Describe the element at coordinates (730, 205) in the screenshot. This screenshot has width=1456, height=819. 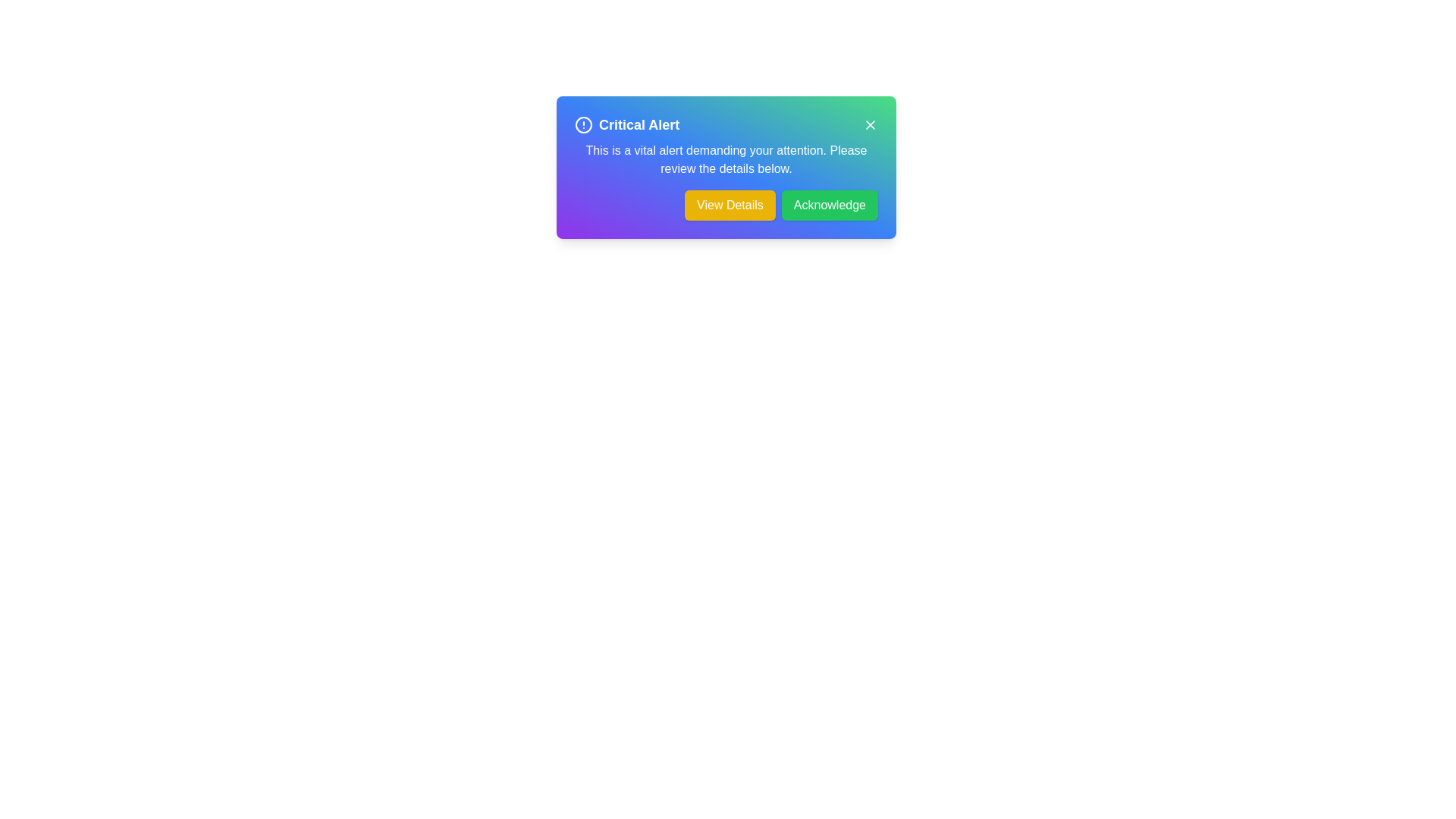
I see `the yellow button with rounded corners and white text reading 'View Details' located at the bottom left of the alert dialog box` at that location.